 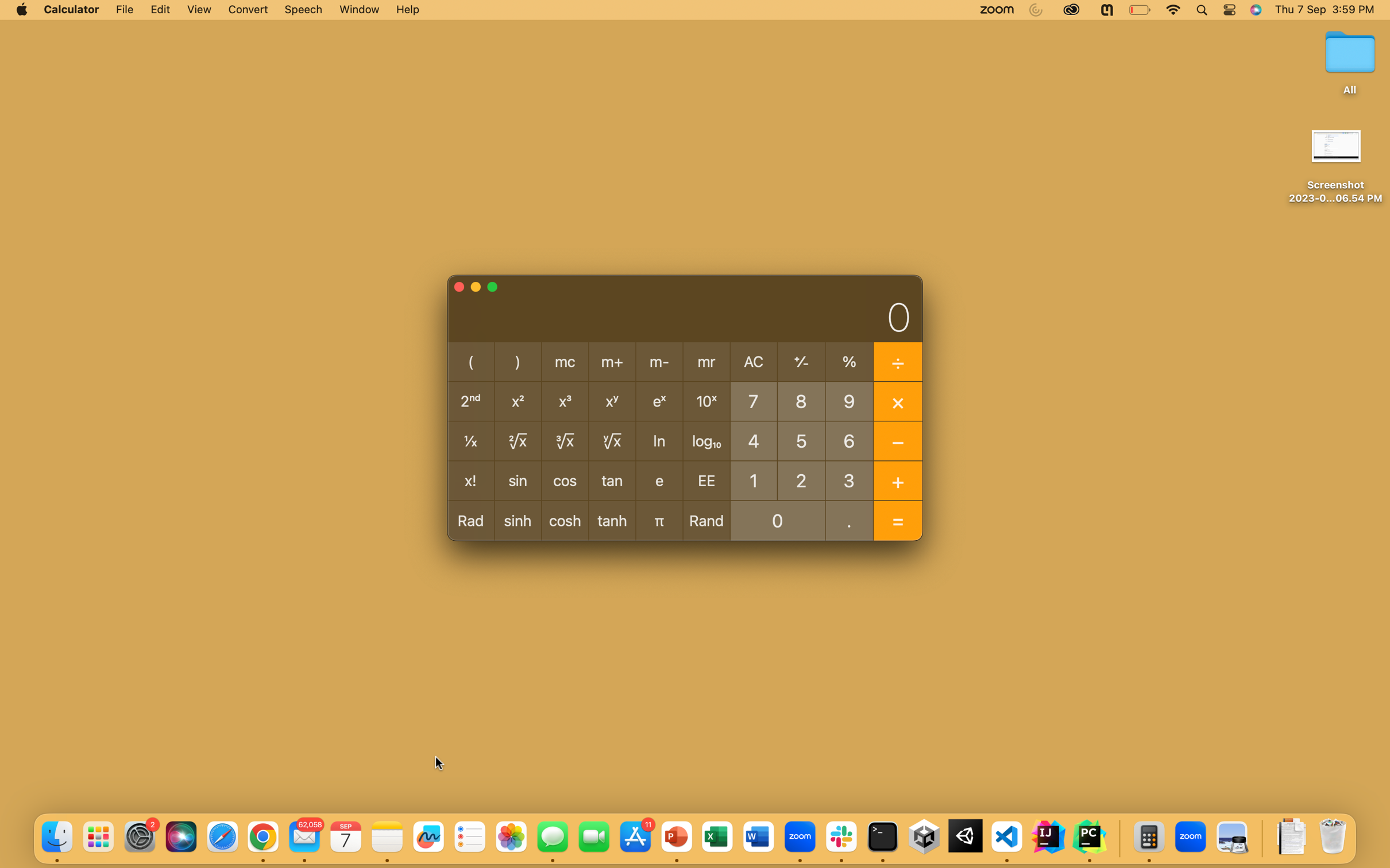 What do you see at coordinates (753, 479) in the screenshot?
I see `Compute the base 10 logarithm of number 100` at bounding box center [753, 479].